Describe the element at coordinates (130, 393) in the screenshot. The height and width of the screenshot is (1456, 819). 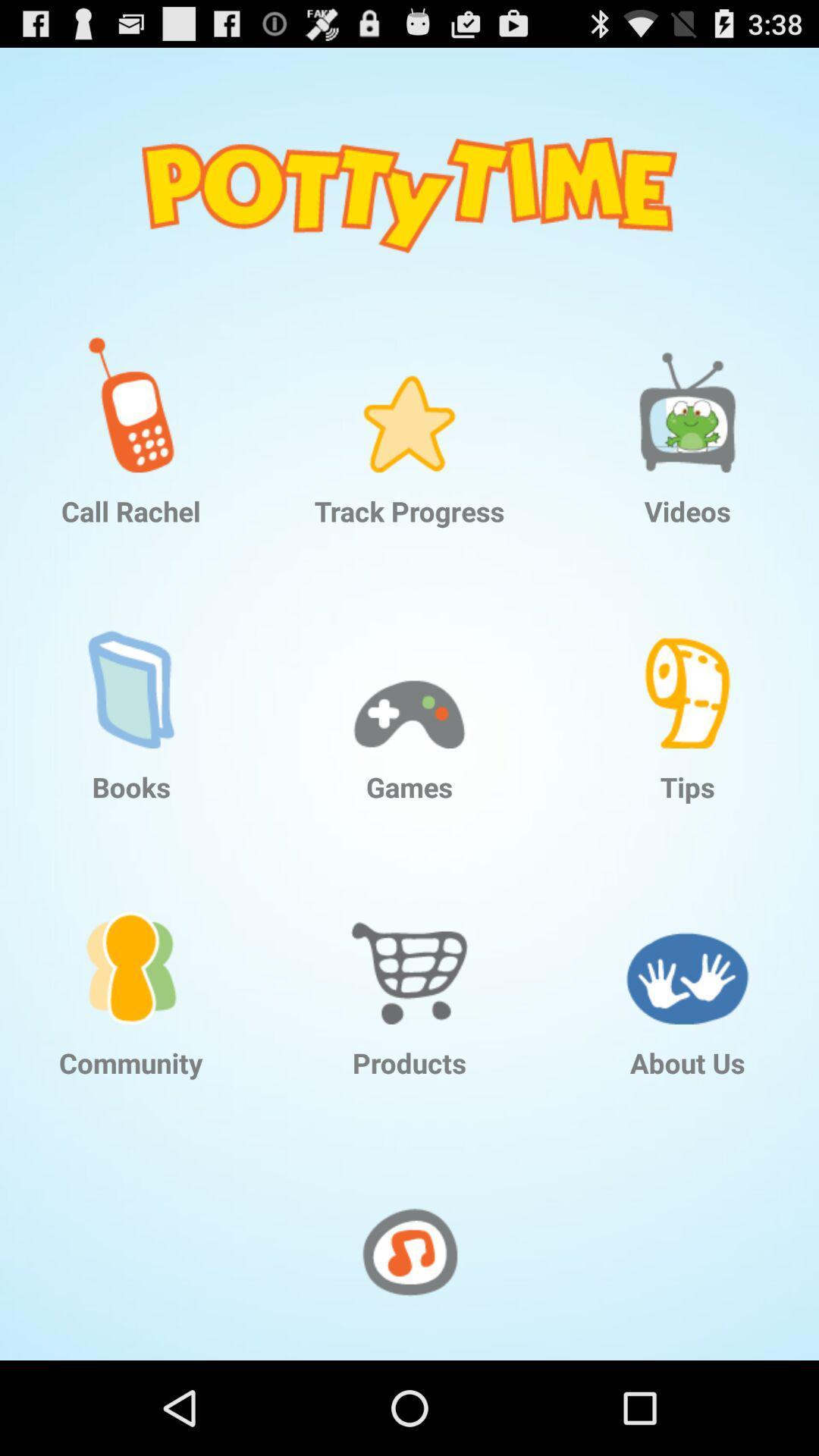
I see `the app above the call rachel app` at that location.